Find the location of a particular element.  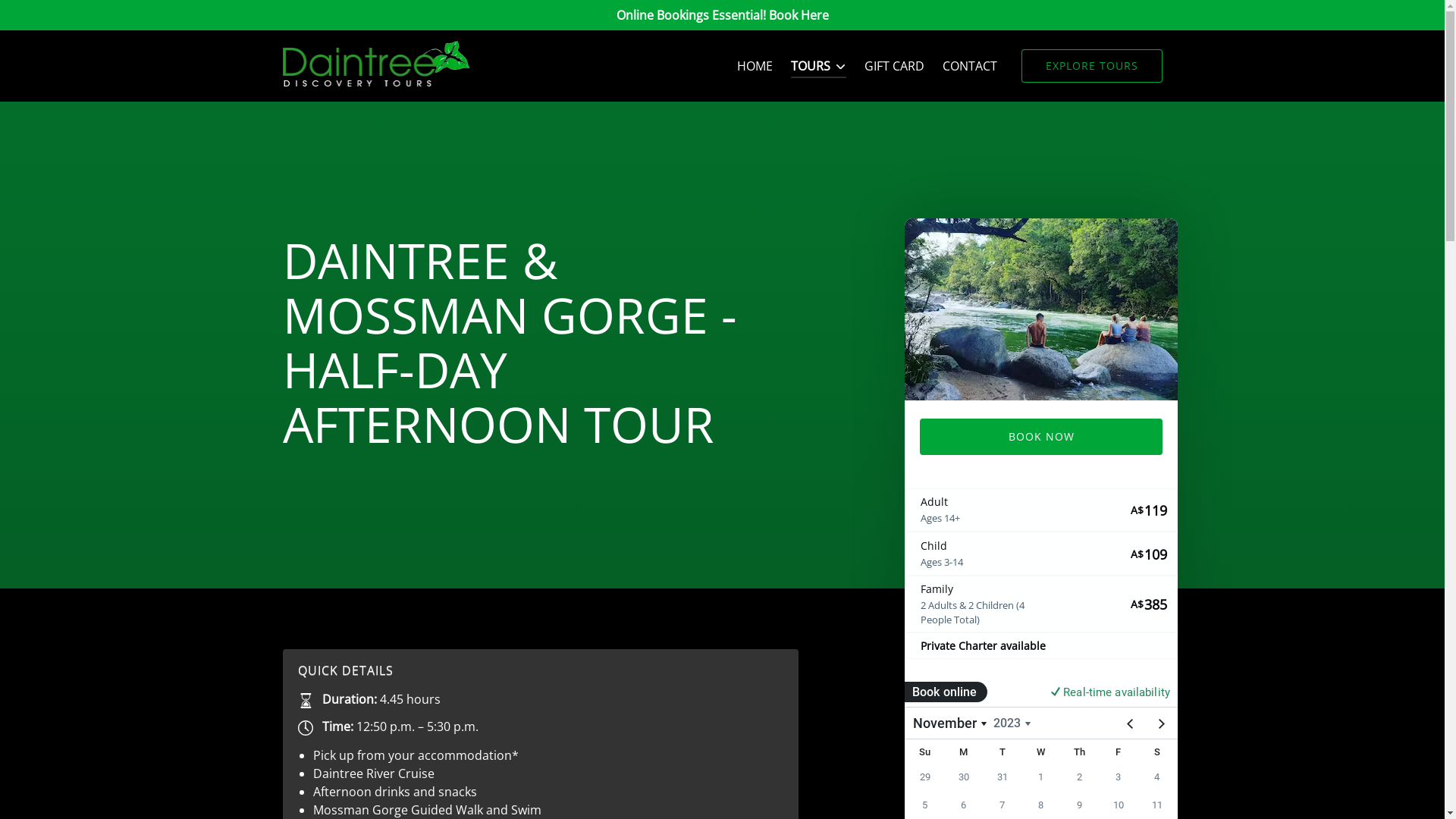

'CONTACT' is located at coordinates (968, 65).